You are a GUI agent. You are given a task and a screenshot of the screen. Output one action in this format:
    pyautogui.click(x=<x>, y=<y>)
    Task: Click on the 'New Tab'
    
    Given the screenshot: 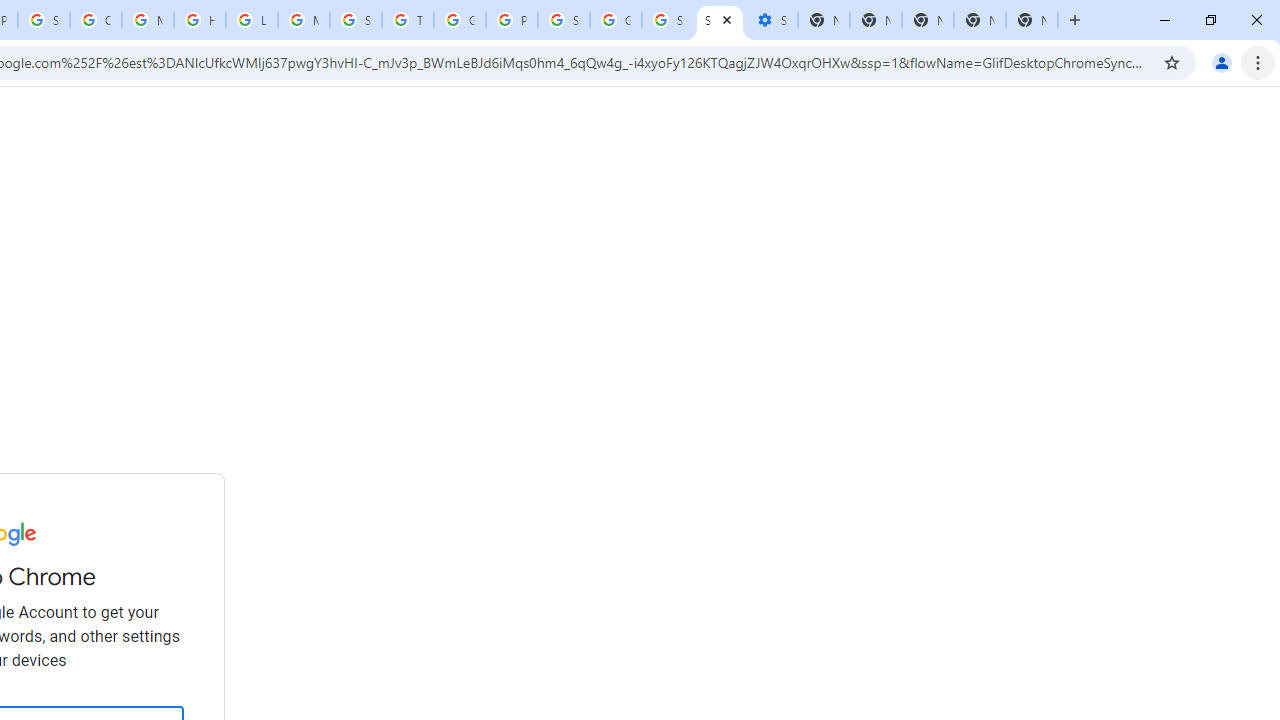 What is the action you would take?
    pyautogui.click(x=1032, y=20)
    